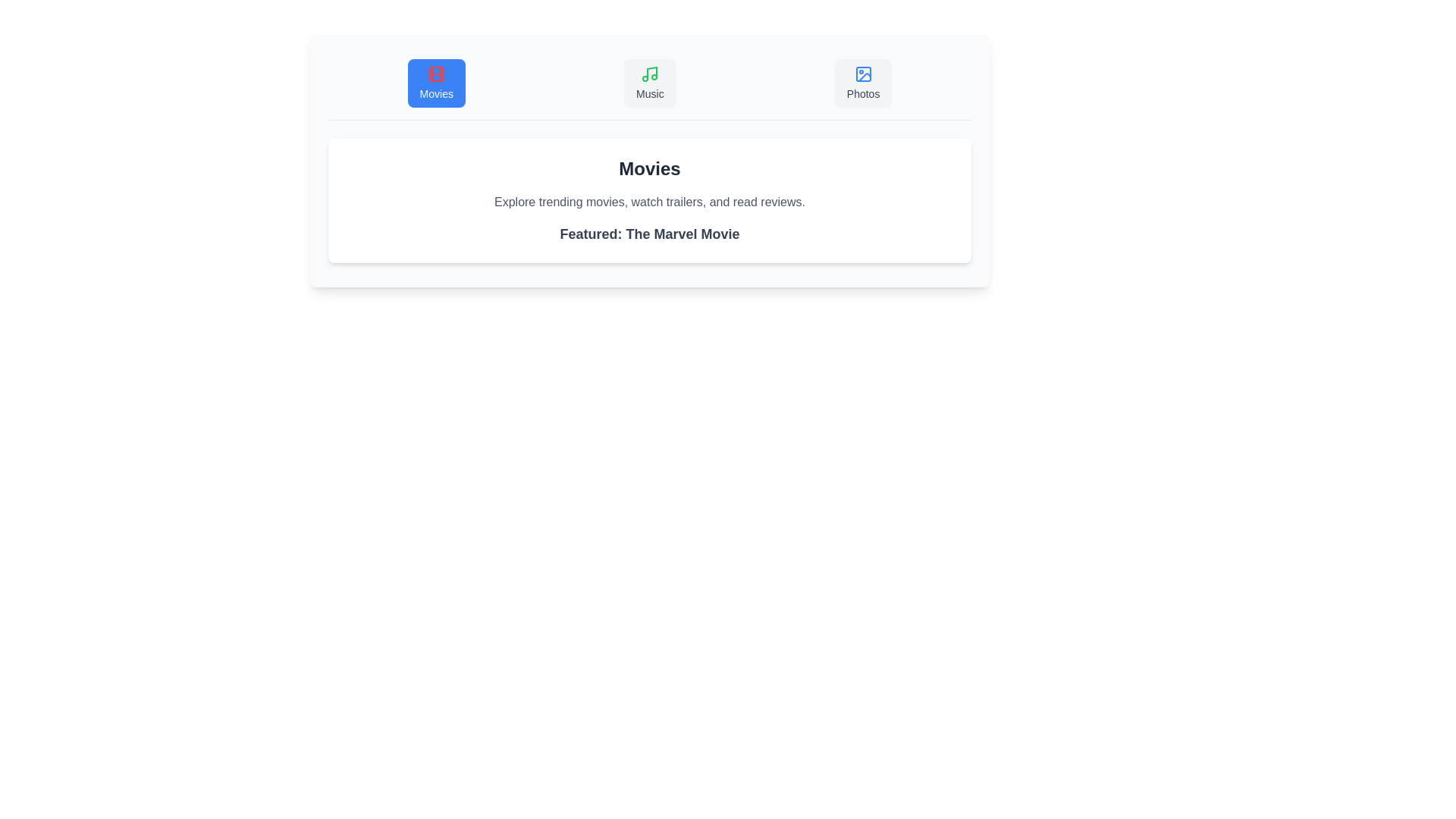 The image size is (1456, 819). Describe the element at coordinates (435, 83) in the screenshot. I see `the Movies tab in the MultimediaBrowser component` at that location.